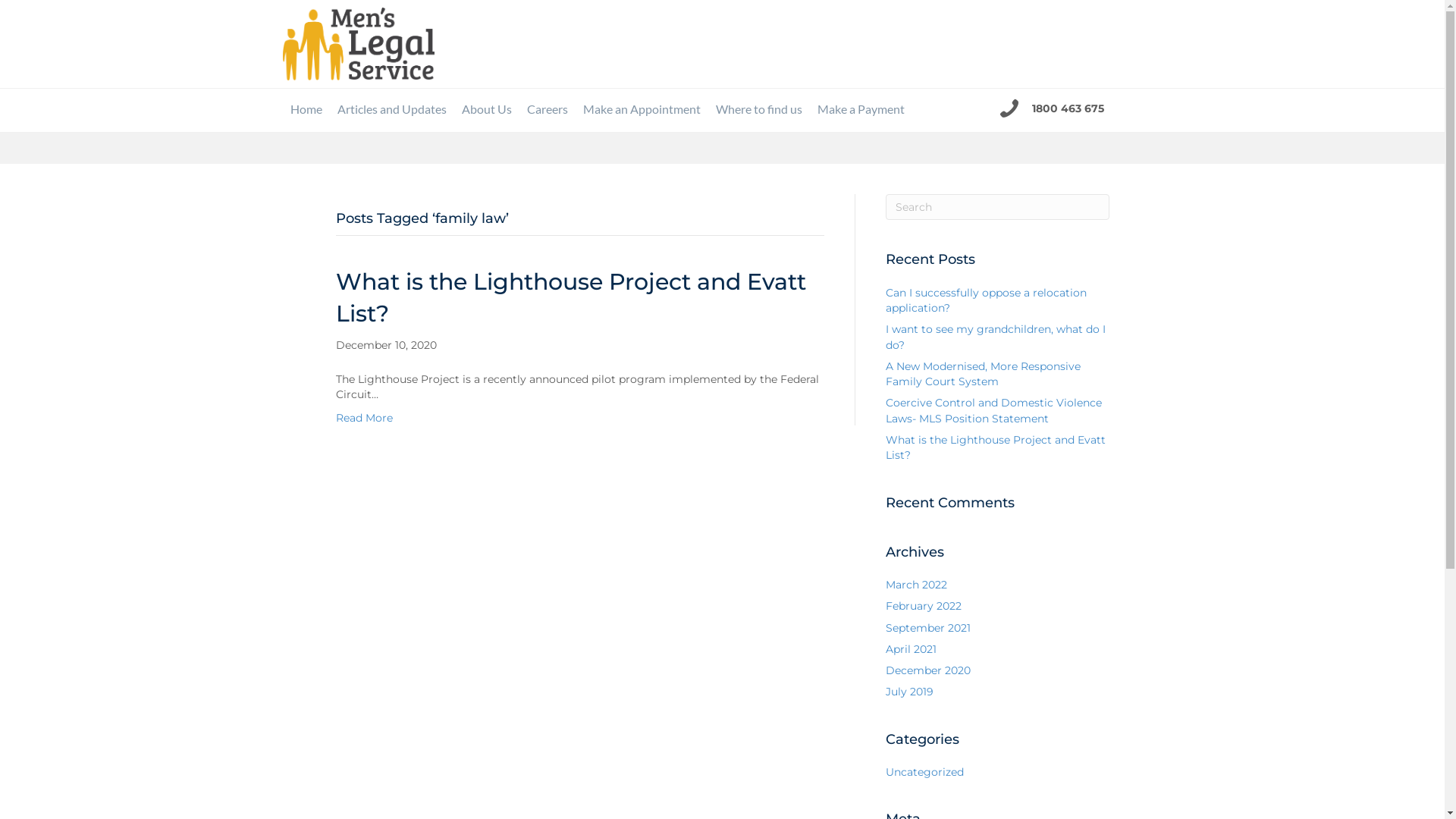 This screenshot has width=1456, height=819. What do you see at coordinates (391, 108) in the screenshot?
I see `'Articles and Updates'` at bounding box center [391, 108].